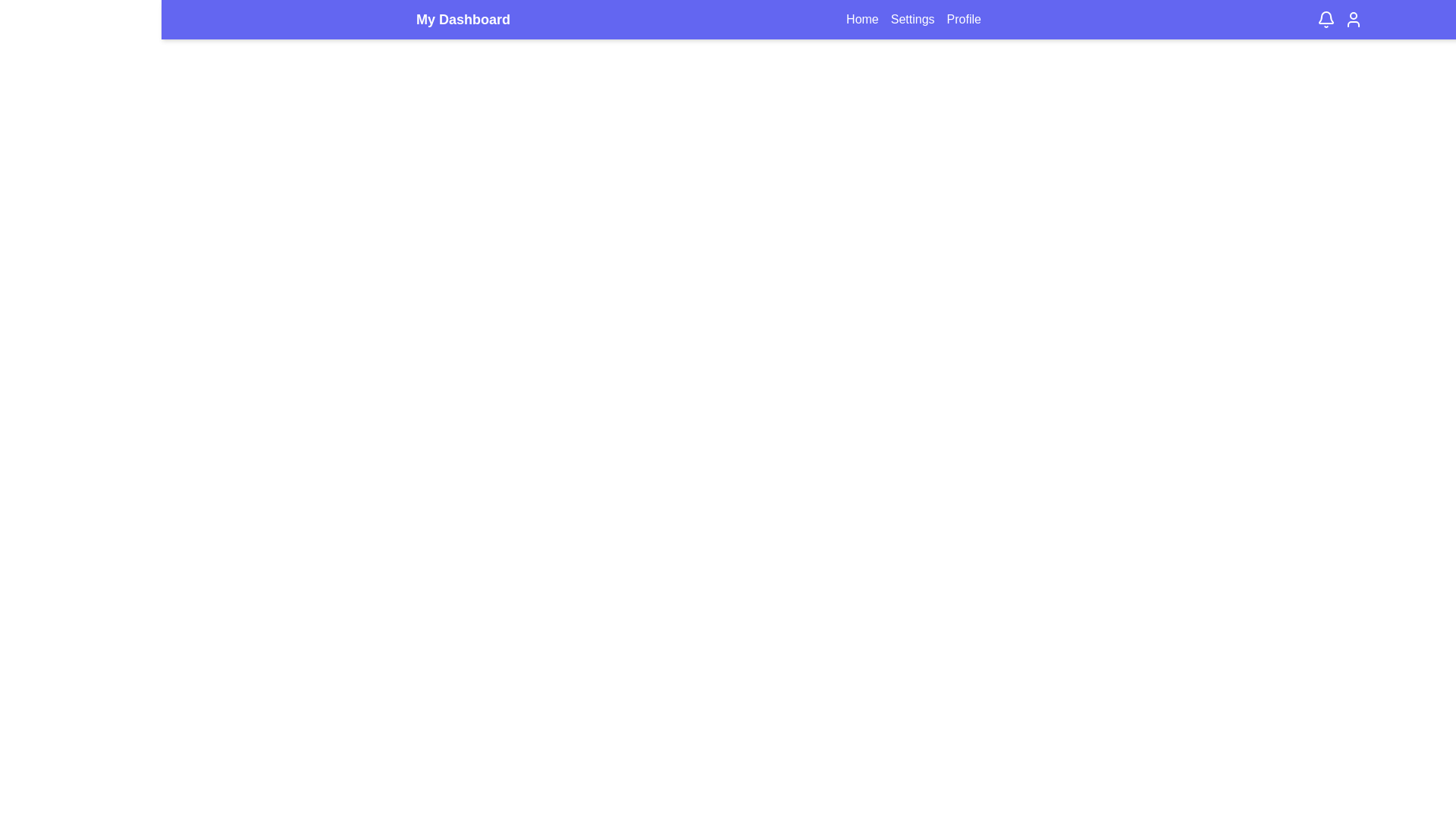 The image size is (1456, 819). Describe the element at coordinates (912, 20) in the screenshot. I see `the 'Settings' button located in the navigation bar at the top right of the application` at that location.